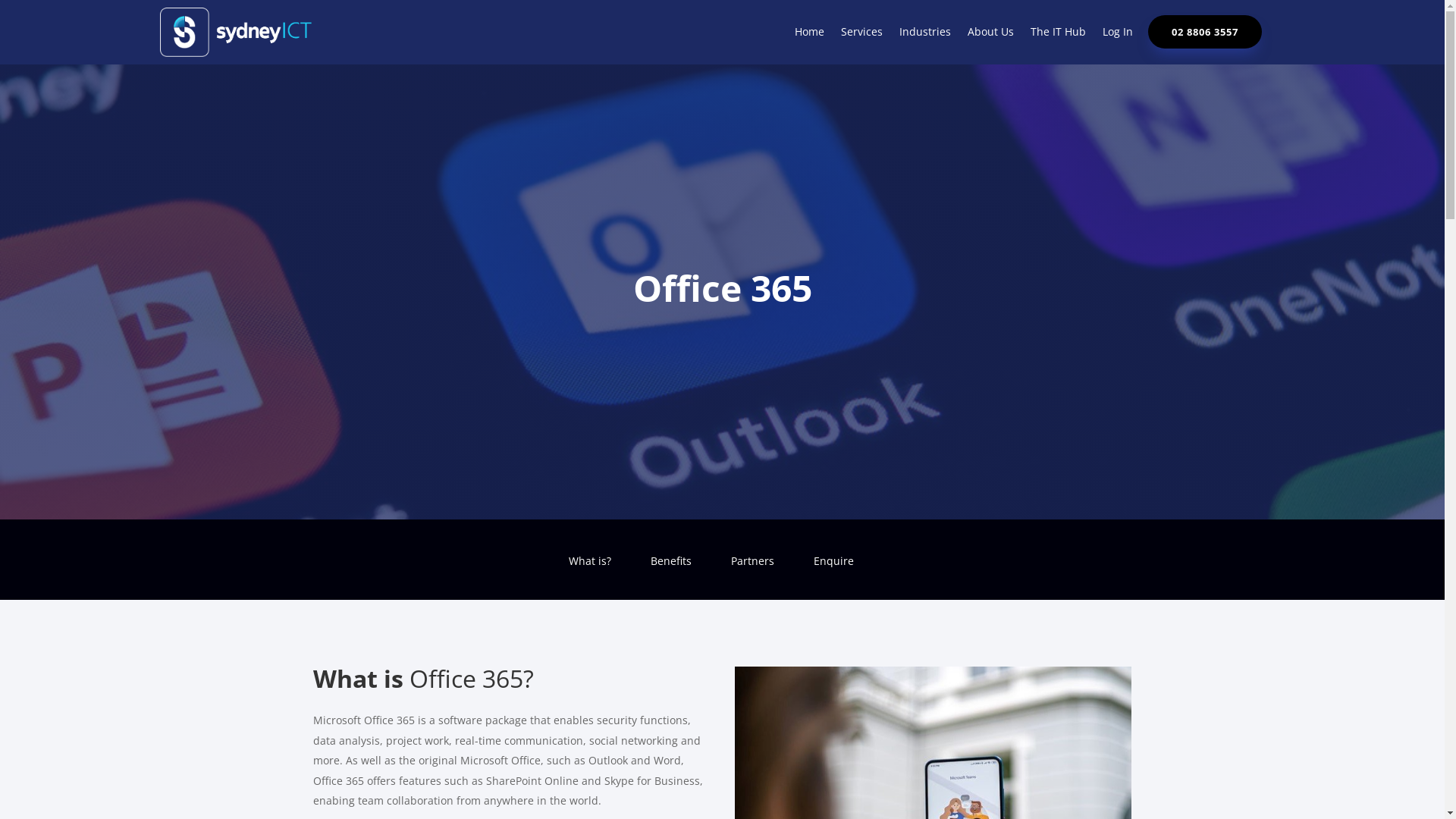 This screenshot has width=1456, height=819. Describe the element at coordinates (752, 572) in the screenshot. I see `'Partners'` at that location.